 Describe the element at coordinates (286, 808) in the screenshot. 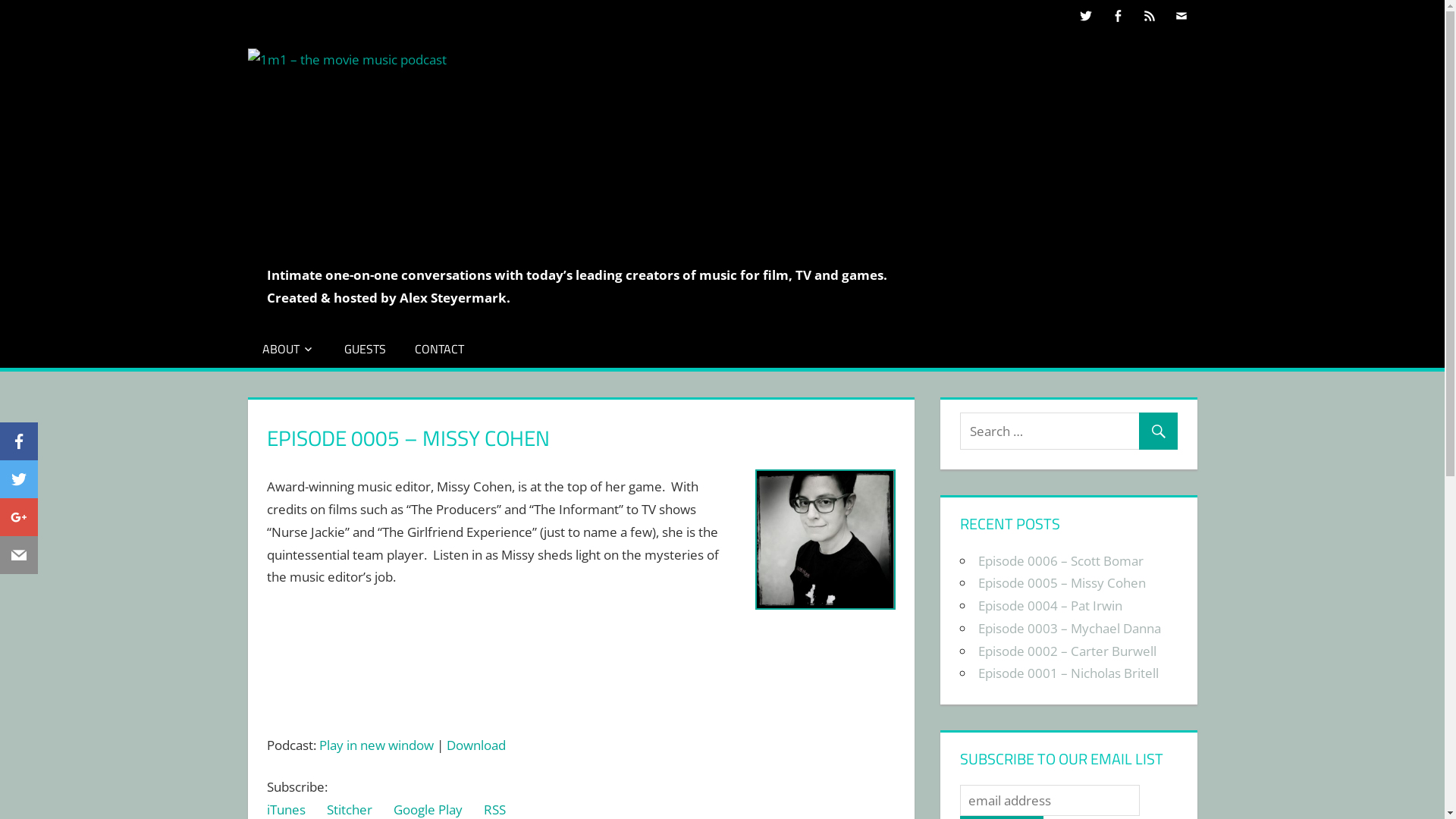

I see `'iTunes'` at that location.